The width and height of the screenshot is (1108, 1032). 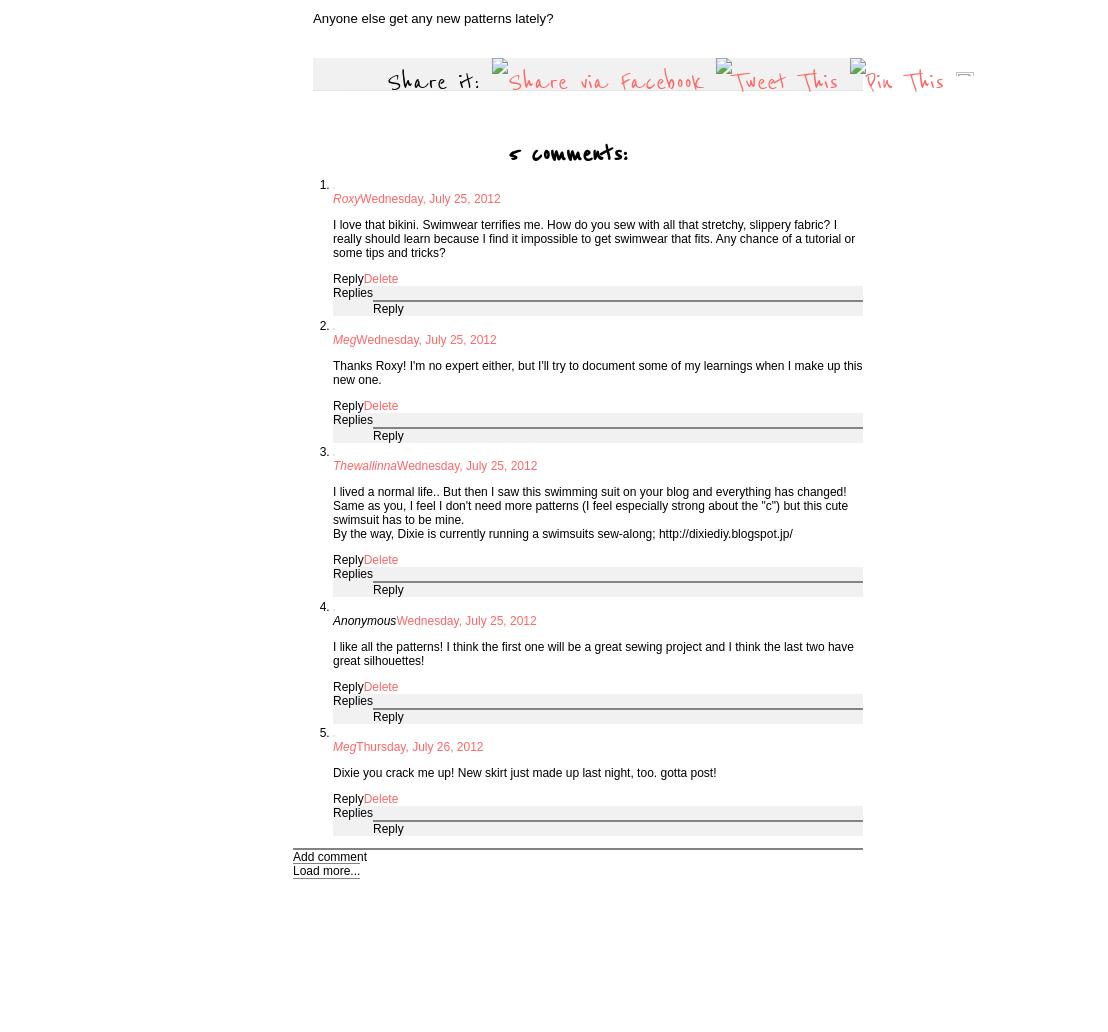 I want to click on 'I love that bikini. Swimwear terrifies me. How do you sew with all that stretchy, slippery fabric? I really should learn because I find it impossible to get swimwear that fits. Any chance of a tutorial or some tips and tricks?', so click(x=593, y=238).